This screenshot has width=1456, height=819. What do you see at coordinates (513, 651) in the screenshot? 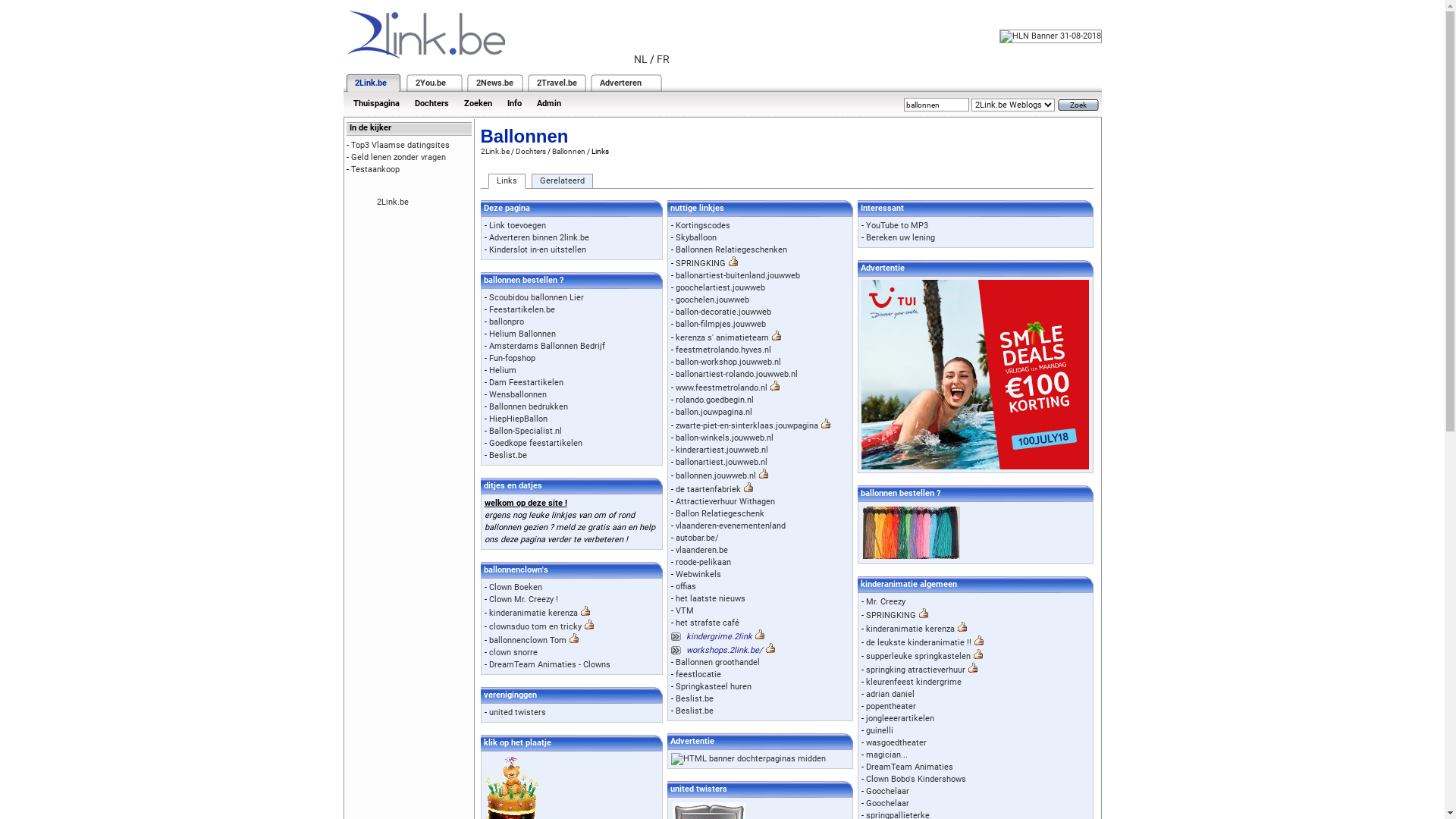
I see `'clown snorre'` at bounding box center [513, 651].